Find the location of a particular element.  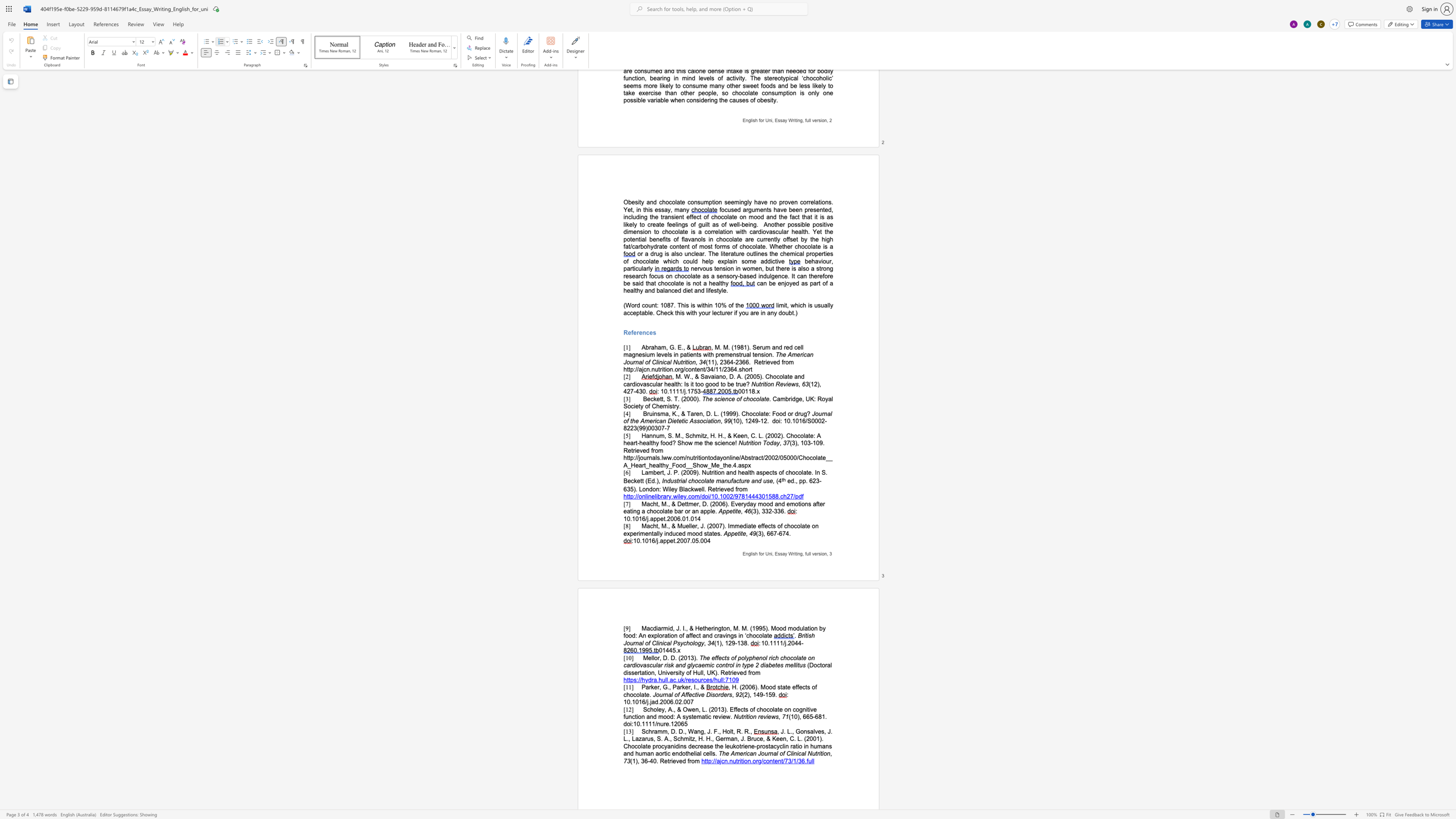

the space between the continuous character "r" and "i" in the text is located at coordinates (794, 553).